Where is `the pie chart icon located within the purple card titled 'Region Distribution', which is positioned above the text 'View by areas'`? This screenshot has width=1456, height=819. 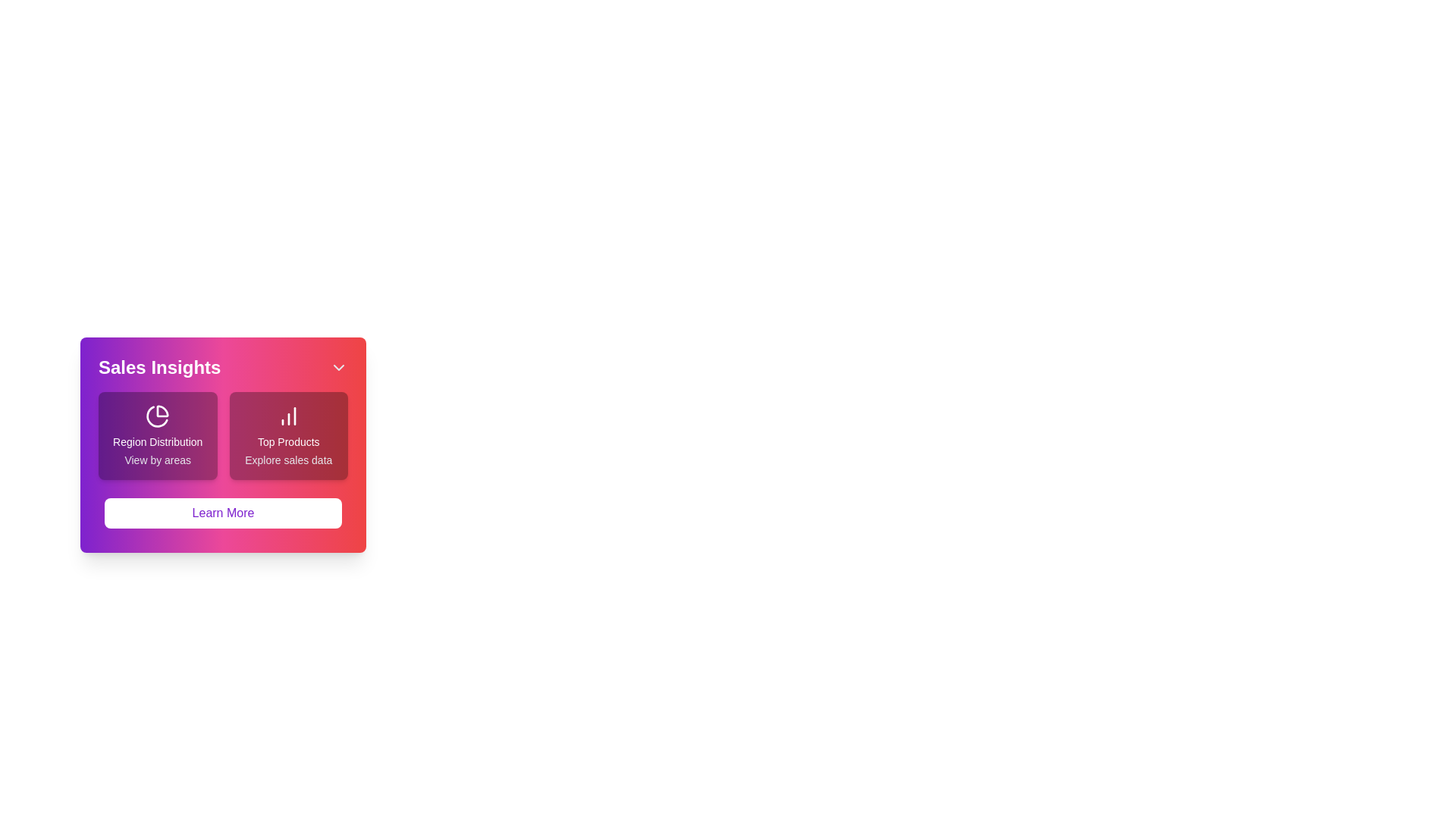 the pie chart icon located within the purple card titled 'Region Distribution', which is positioned above the text 'View by areas' is located at coordinates (158, 416).